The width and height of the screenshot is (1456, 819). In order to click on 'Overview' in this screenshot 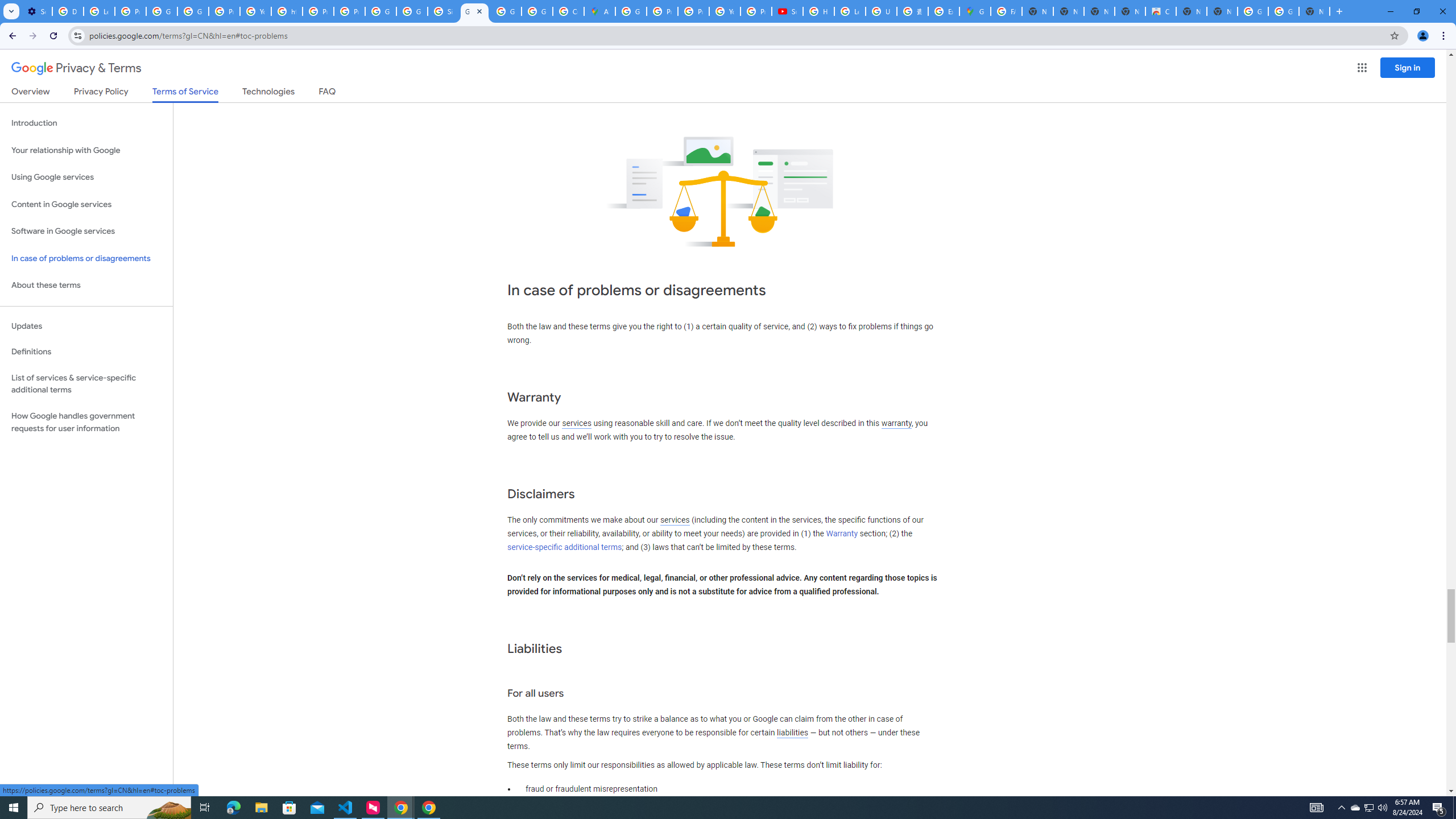, I will do `click(30, 93)`.